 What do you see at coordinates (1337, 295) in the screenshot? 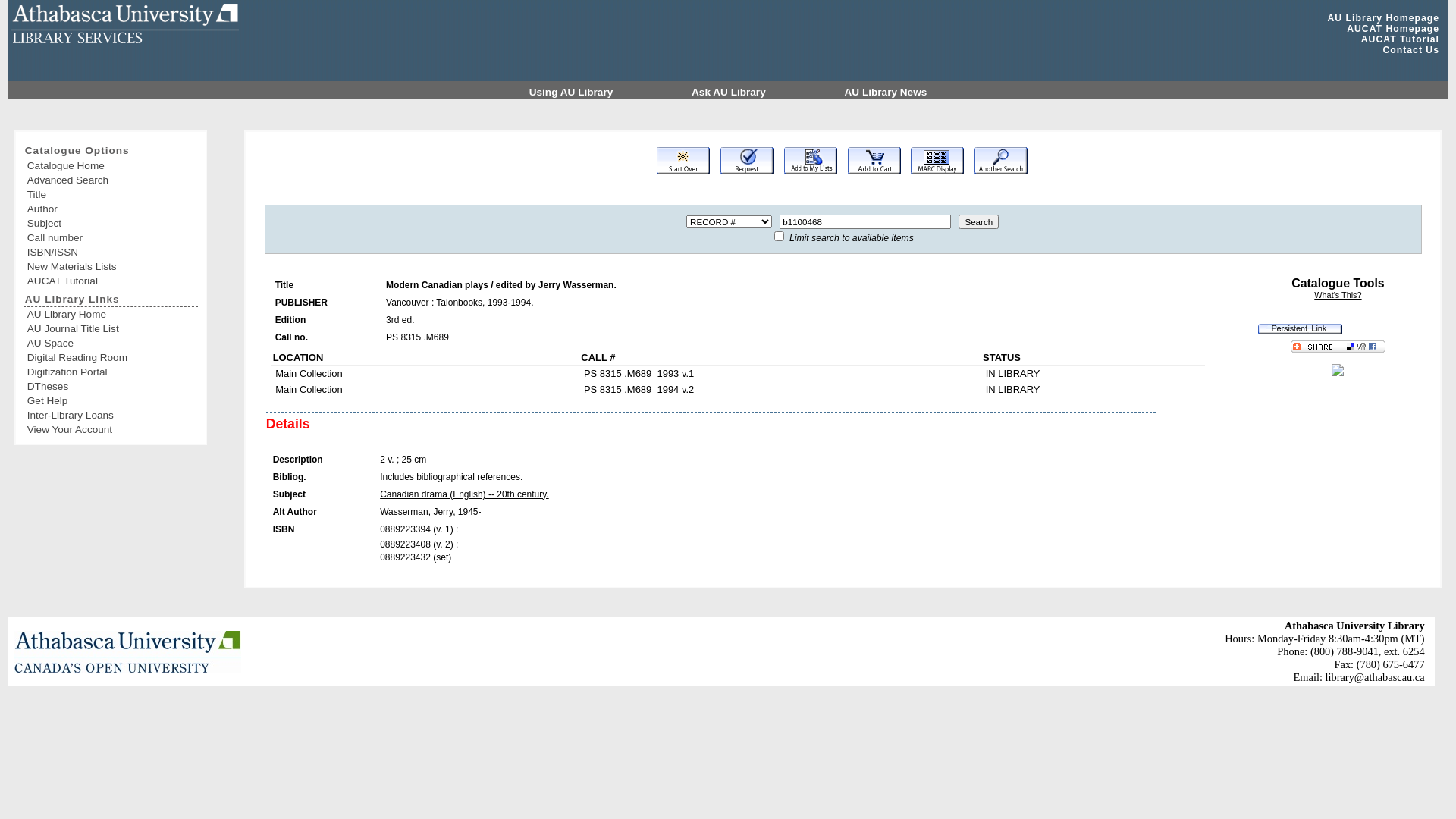
I see `'What's This?'` at bounding box center [1337, 295].